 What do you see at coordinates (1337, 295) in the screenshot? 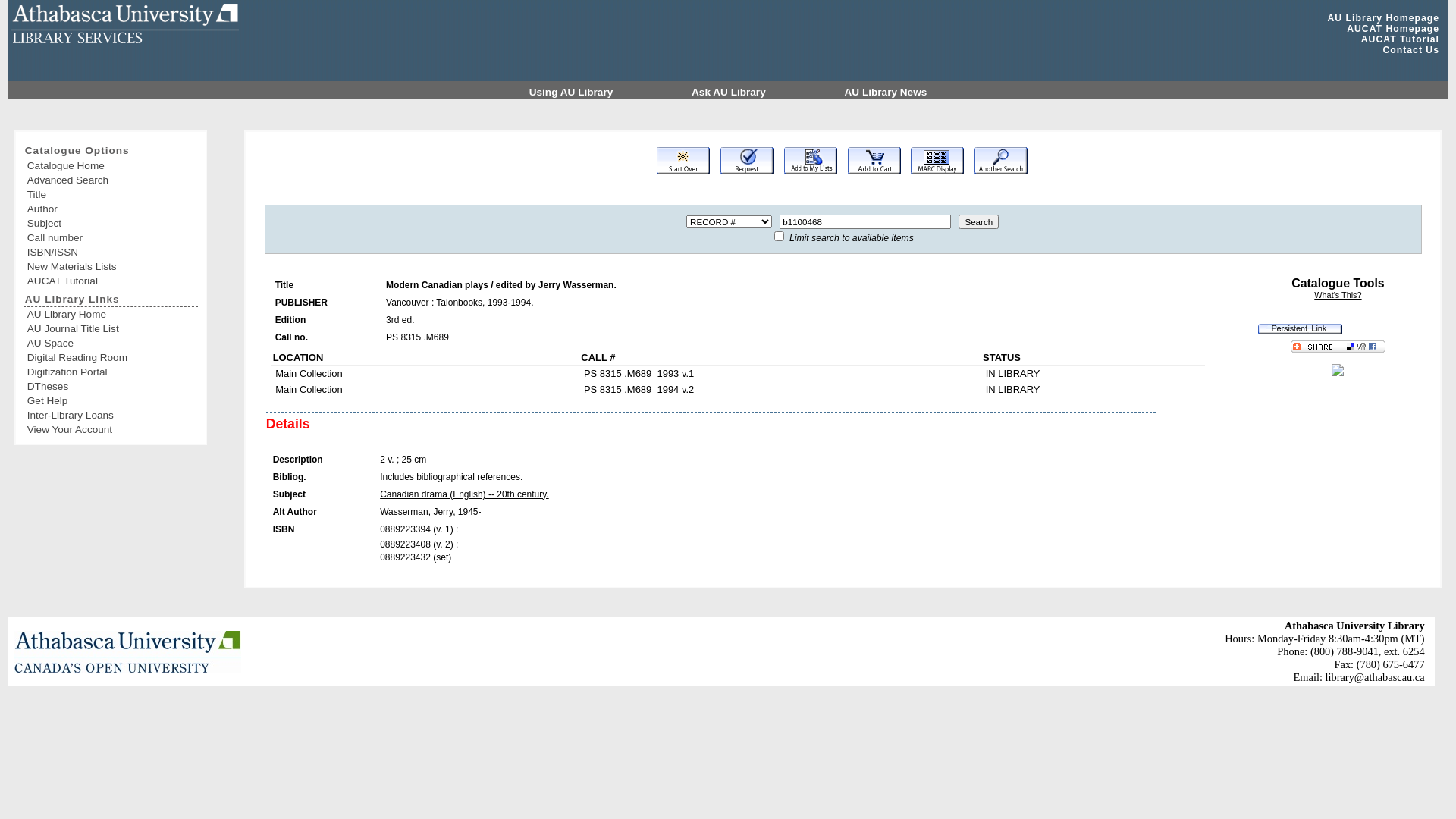
I see `'What's This?'` at bounding box center [1337, 295].